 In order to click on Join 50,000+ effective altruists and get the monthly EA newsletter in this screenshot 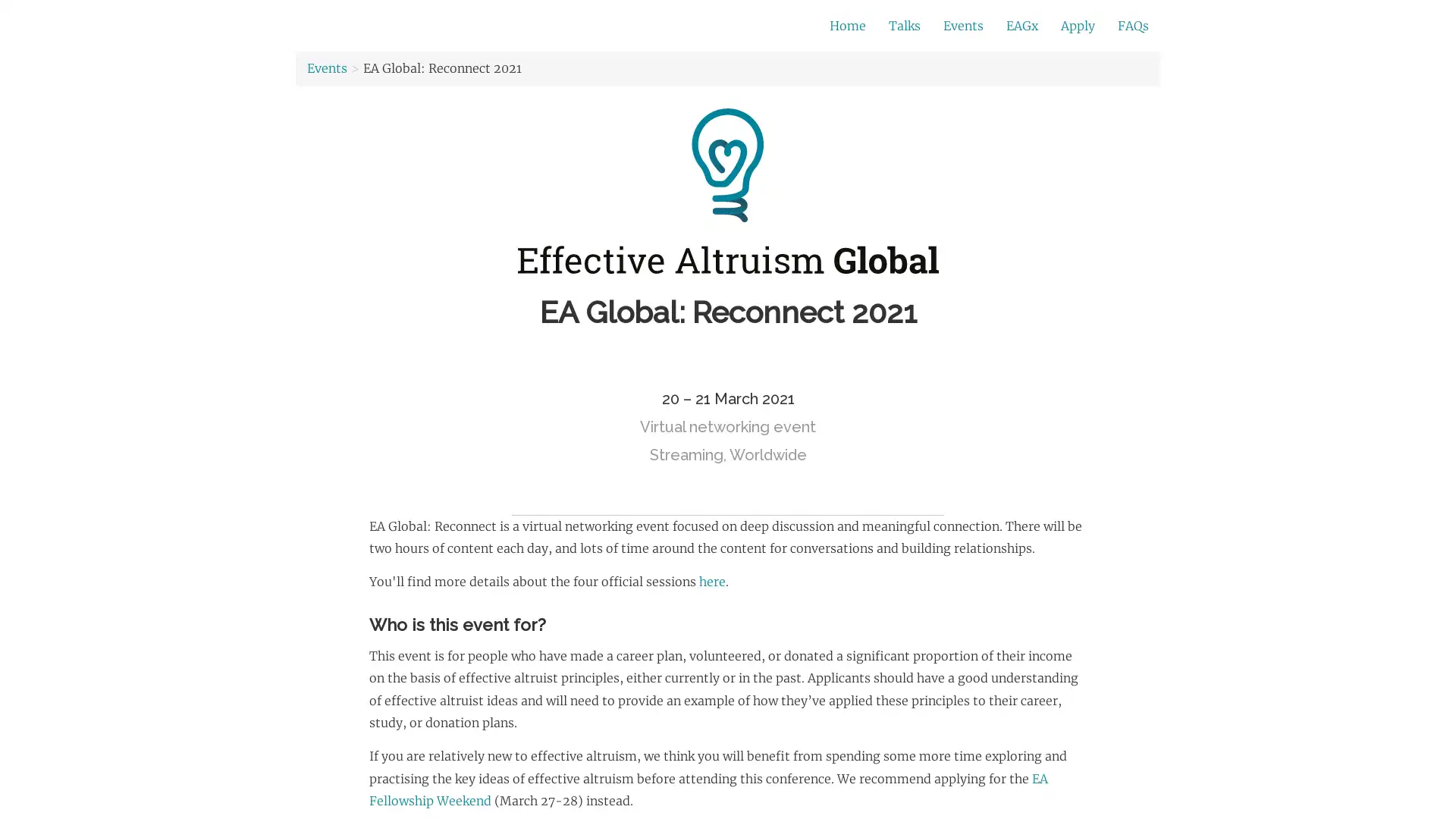, I will do `click(618, 26)`.